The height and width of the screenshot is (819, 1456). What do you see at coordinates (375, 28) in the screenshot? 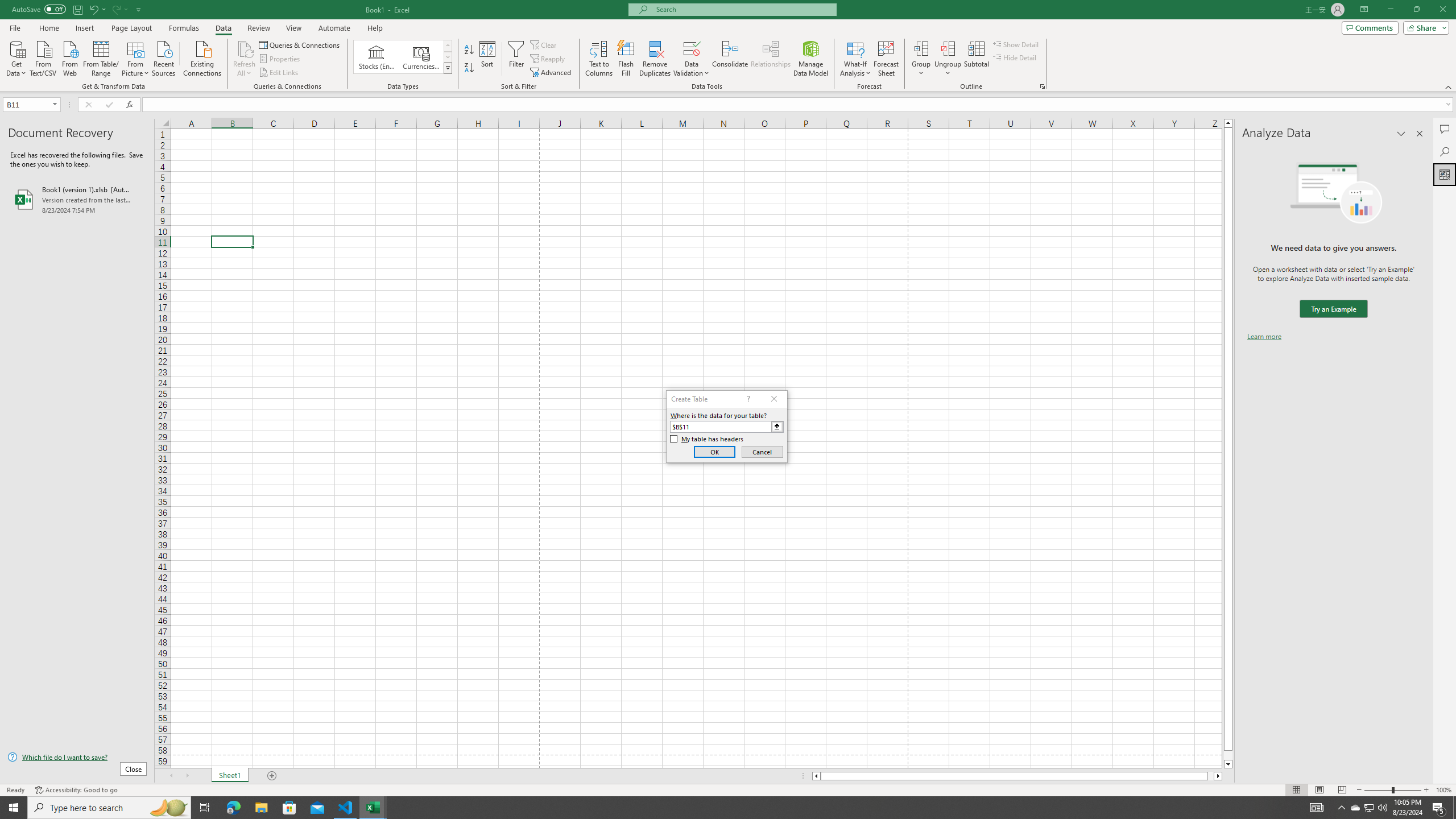
I see `'Help'` at bounding box center [375, 28].